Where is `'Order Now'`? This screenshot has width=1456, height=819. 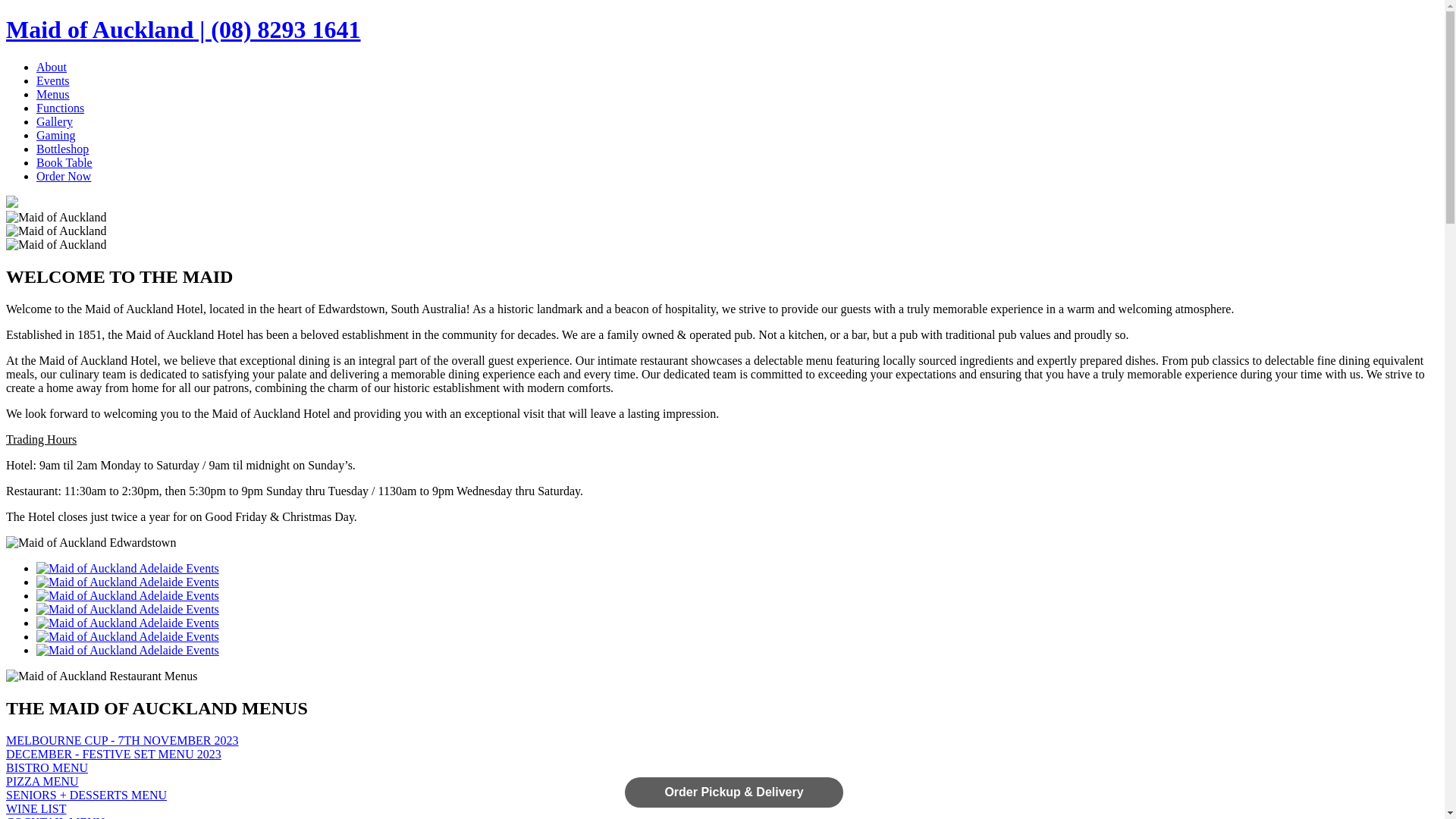 'Order Now' is located at coordinates (62, 175).